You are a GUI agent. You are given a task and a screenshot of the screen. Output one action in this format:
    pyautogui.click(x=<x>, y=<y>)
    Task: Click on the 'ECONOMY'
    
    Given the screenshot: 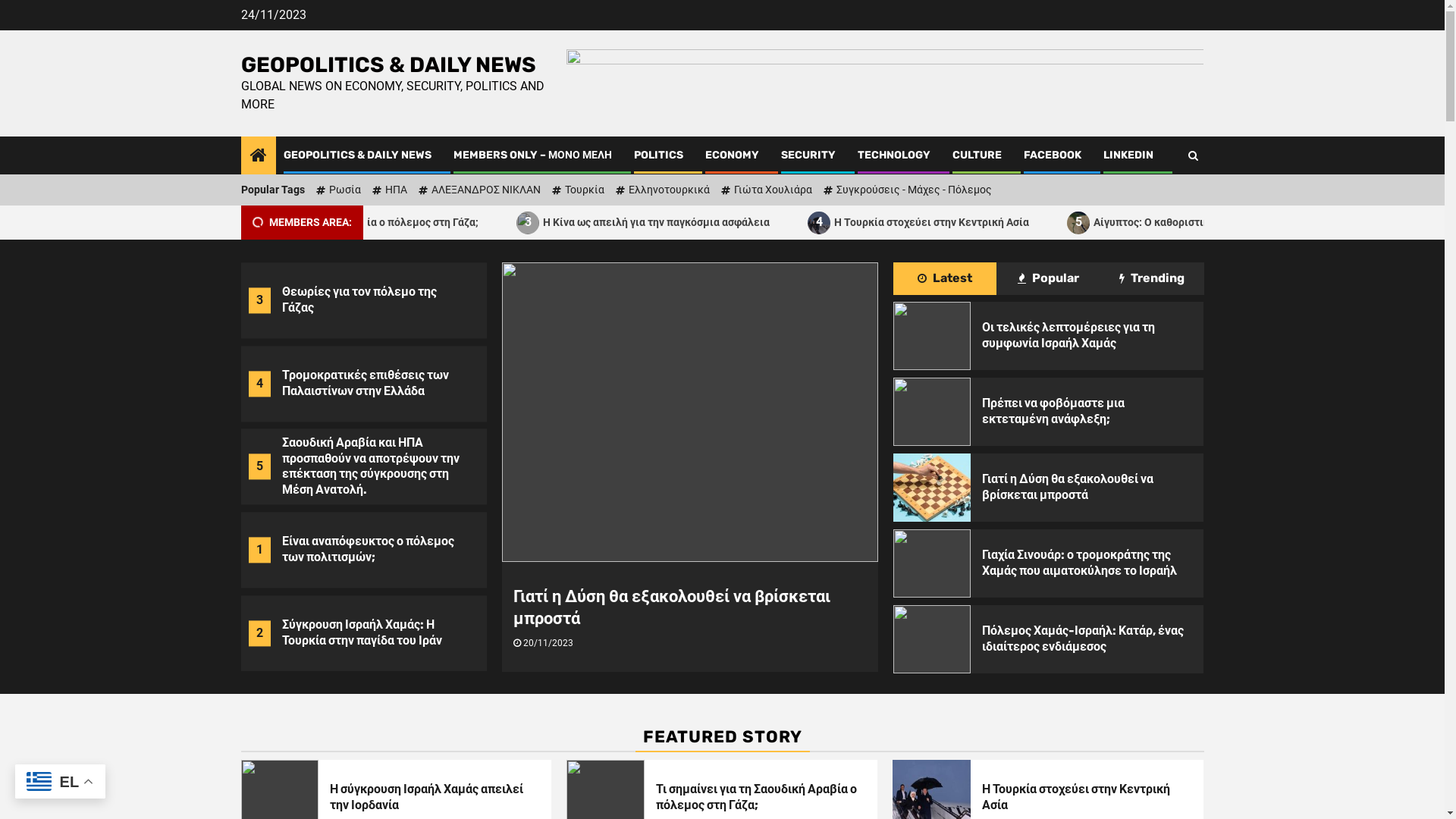 What is the action you would take?
    pyautogui.click(x=732, y=155)
    